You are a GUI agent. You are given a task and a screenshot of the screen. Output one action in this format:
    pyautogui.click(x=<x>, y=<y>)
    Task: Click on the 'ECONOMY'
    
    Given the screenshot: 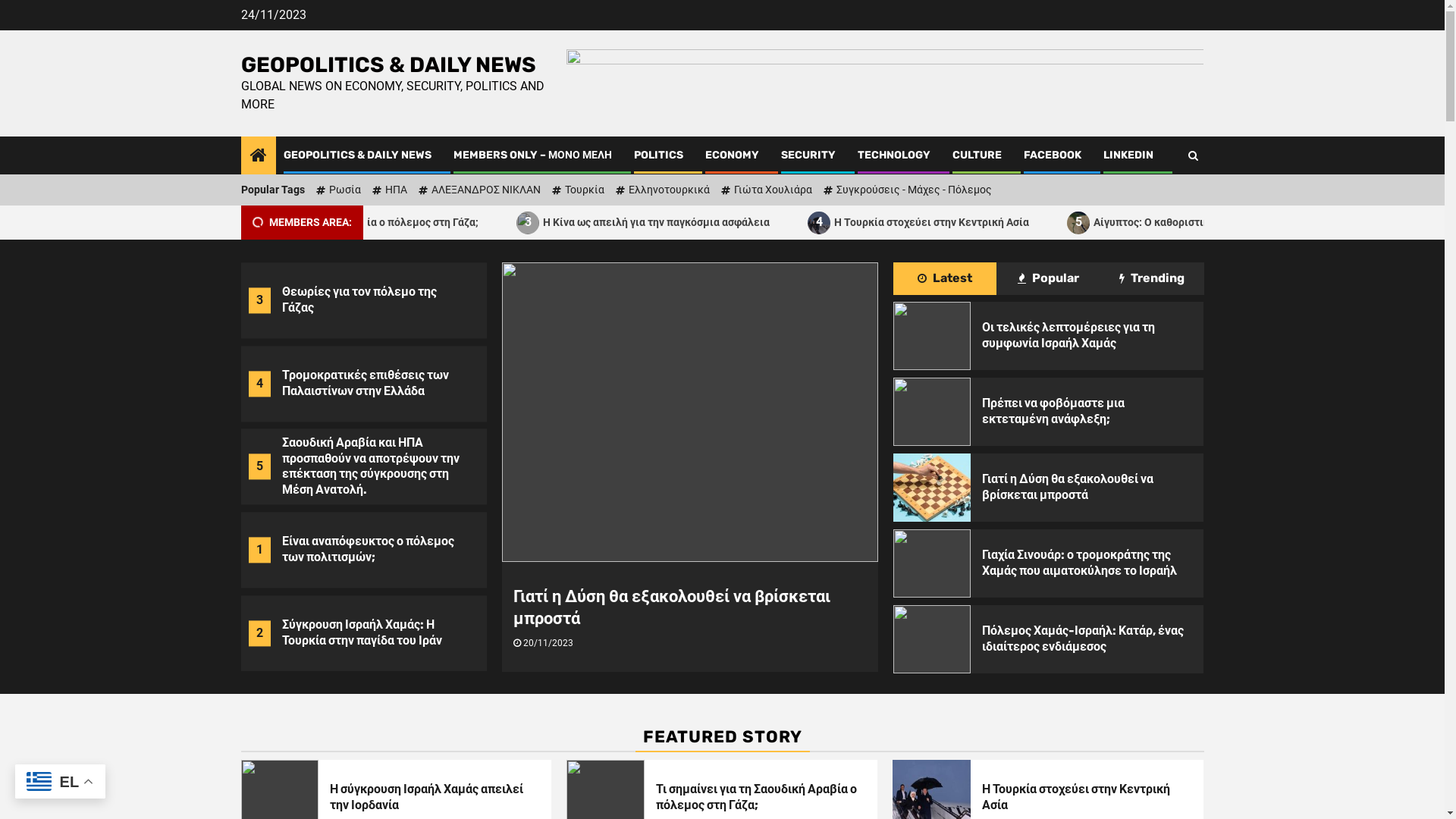 What is the action you would take?
    pyautogui.click(x=732, y=155)
    